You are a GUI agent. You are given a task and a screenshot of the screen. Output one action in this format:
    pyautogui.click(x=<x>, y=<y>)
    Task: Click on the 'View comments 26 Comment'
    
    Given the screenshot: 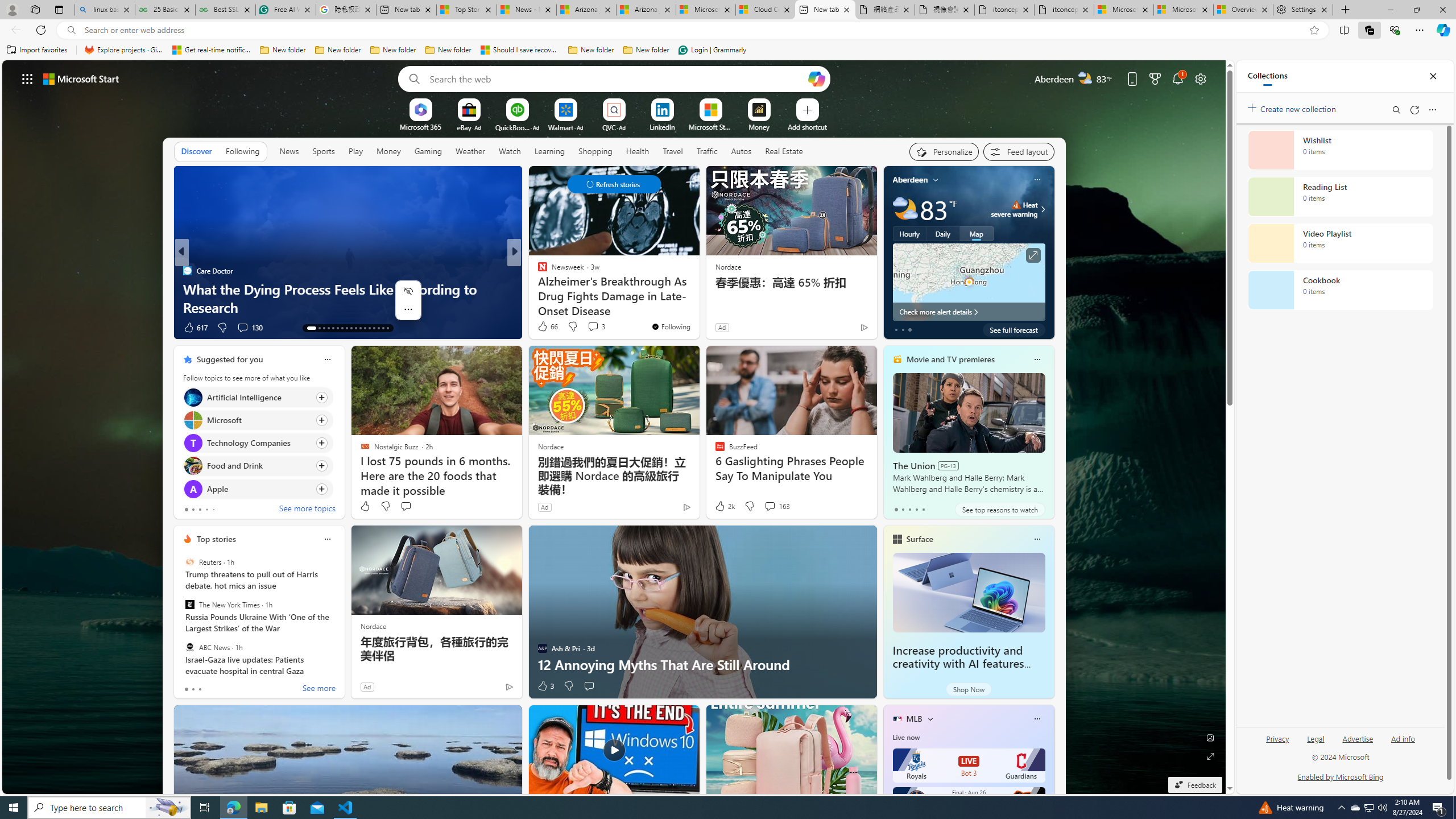 What is the action you would take?
    pyautogui.click(x=597, y=327)
    